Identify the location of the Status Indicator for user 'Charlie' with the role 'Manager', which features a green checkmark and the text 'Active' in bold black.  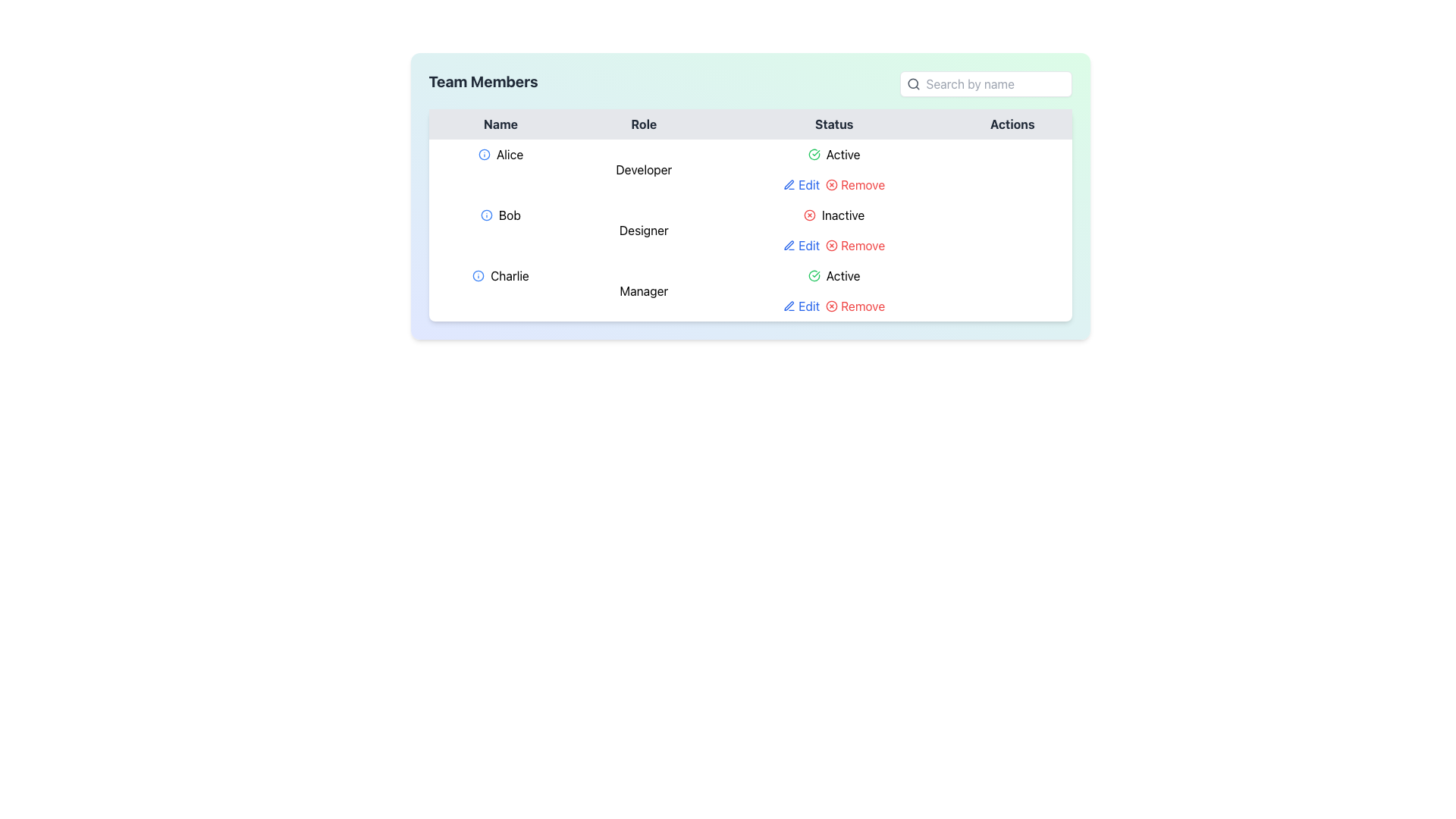
(833, 275).